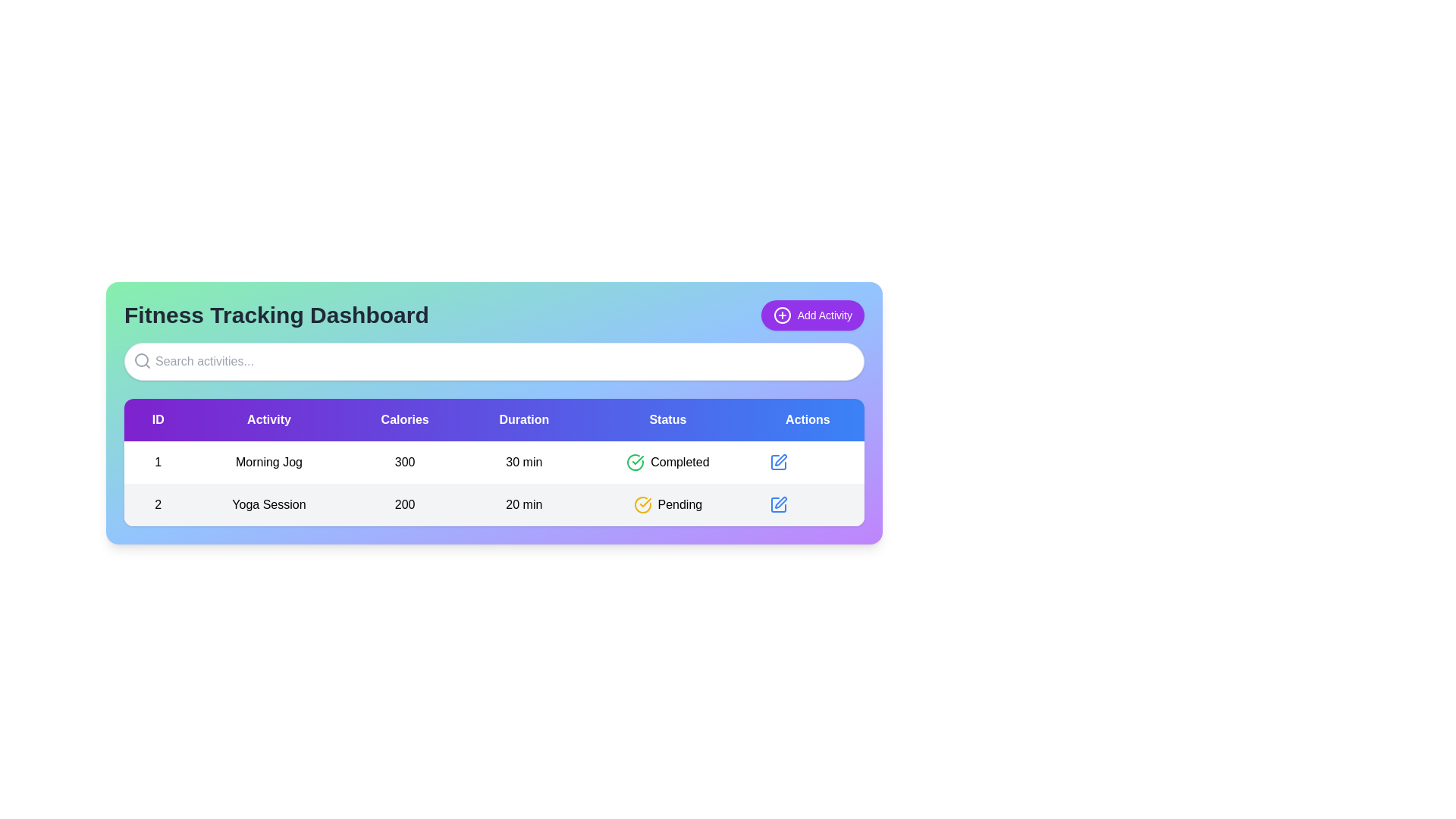 The height and width of the screenshot is (819, 1456). Describe the element at coordinates (405, 420) in the screenshot. I see `the 'Calories' text label, which is the third label in a series of six within the table header section, displaying the word 'Calories' in white on a purple background` at that location.